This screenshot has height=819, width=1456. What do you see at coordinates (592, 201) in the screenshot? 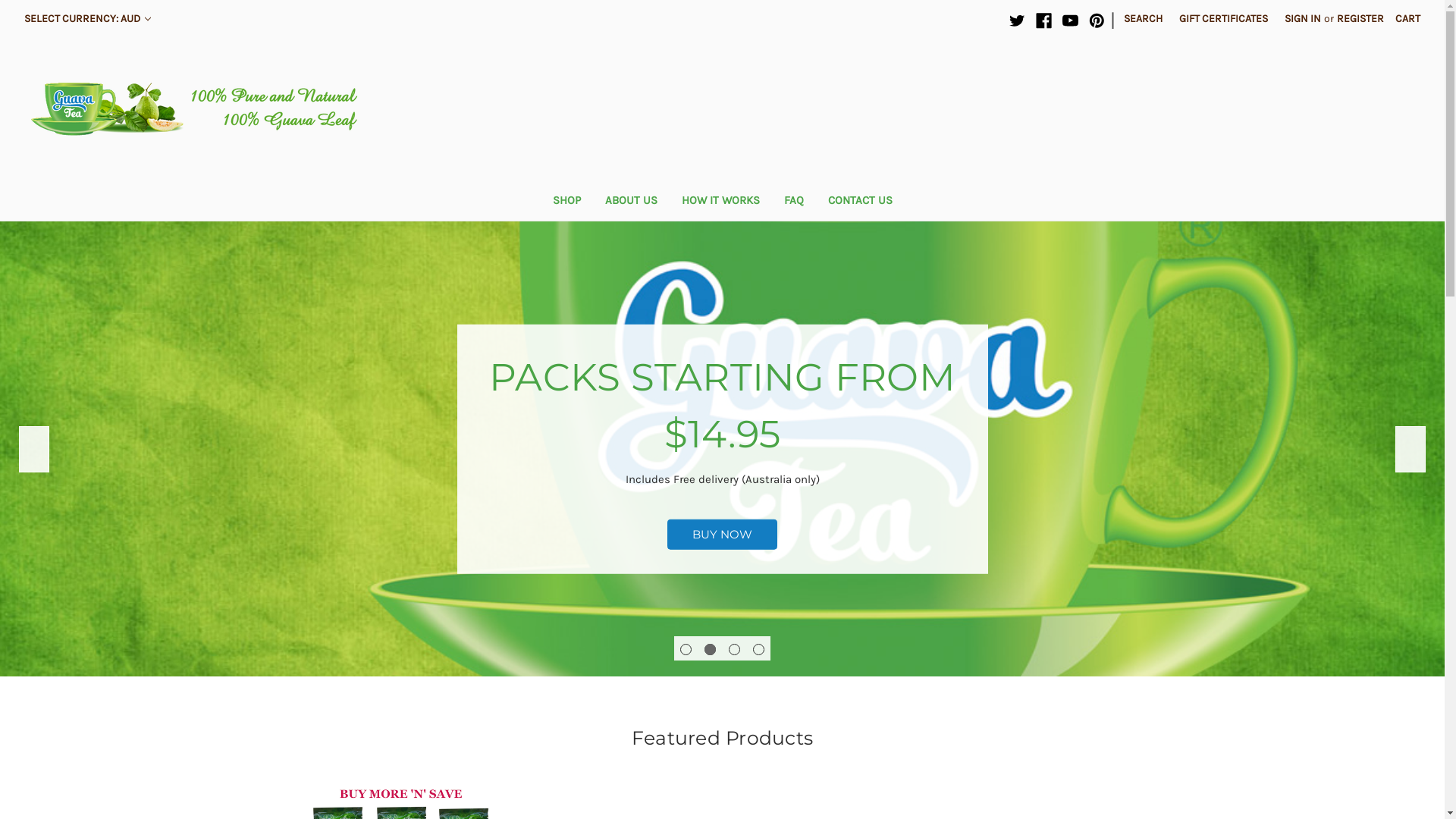
I see `'ABOUT US'` at bounding box center [592, 201].